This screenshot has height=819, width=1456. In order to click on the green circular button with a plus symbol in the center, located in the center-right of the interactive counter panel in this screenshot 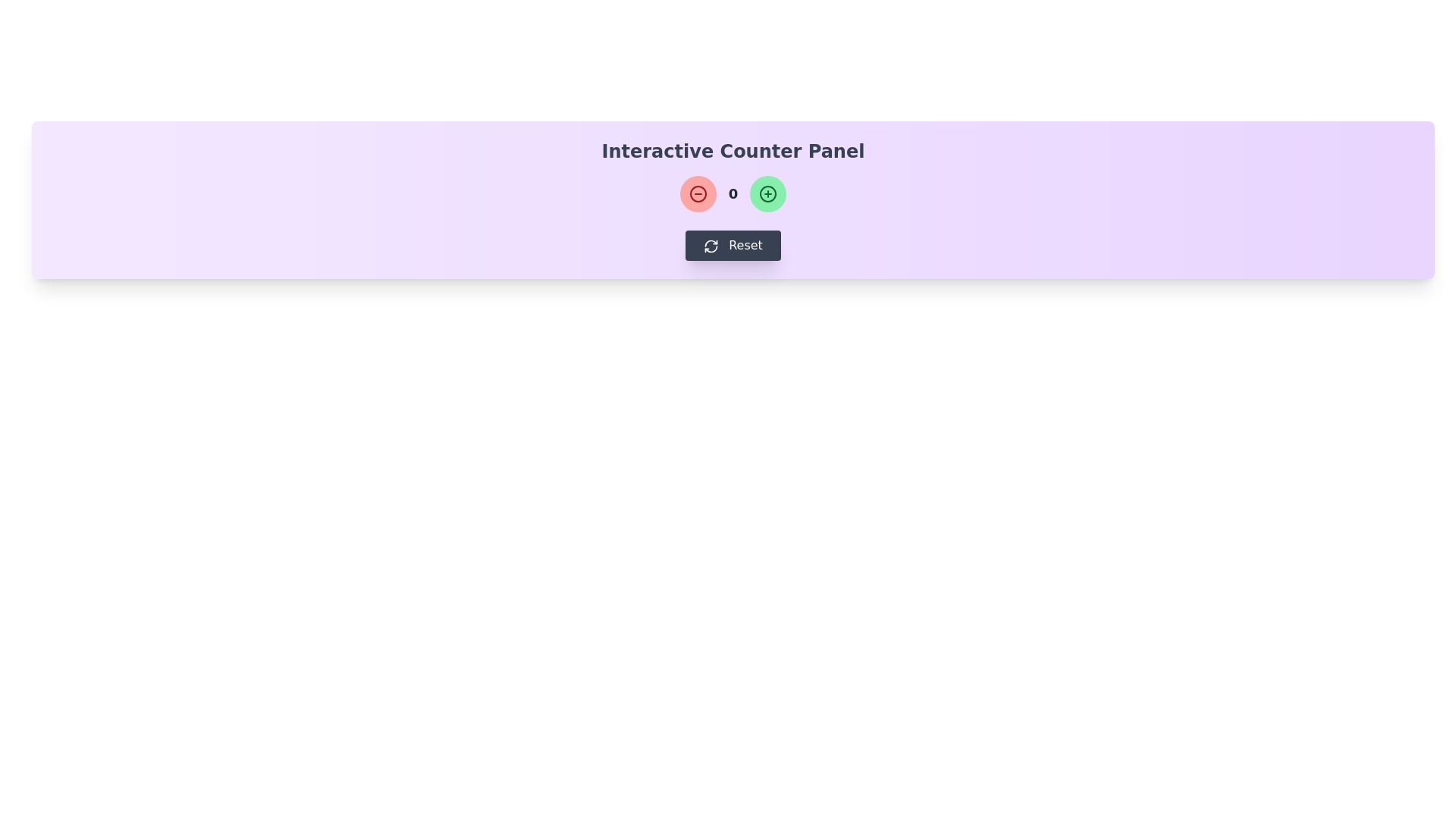, I will do `click(768, 193)`.